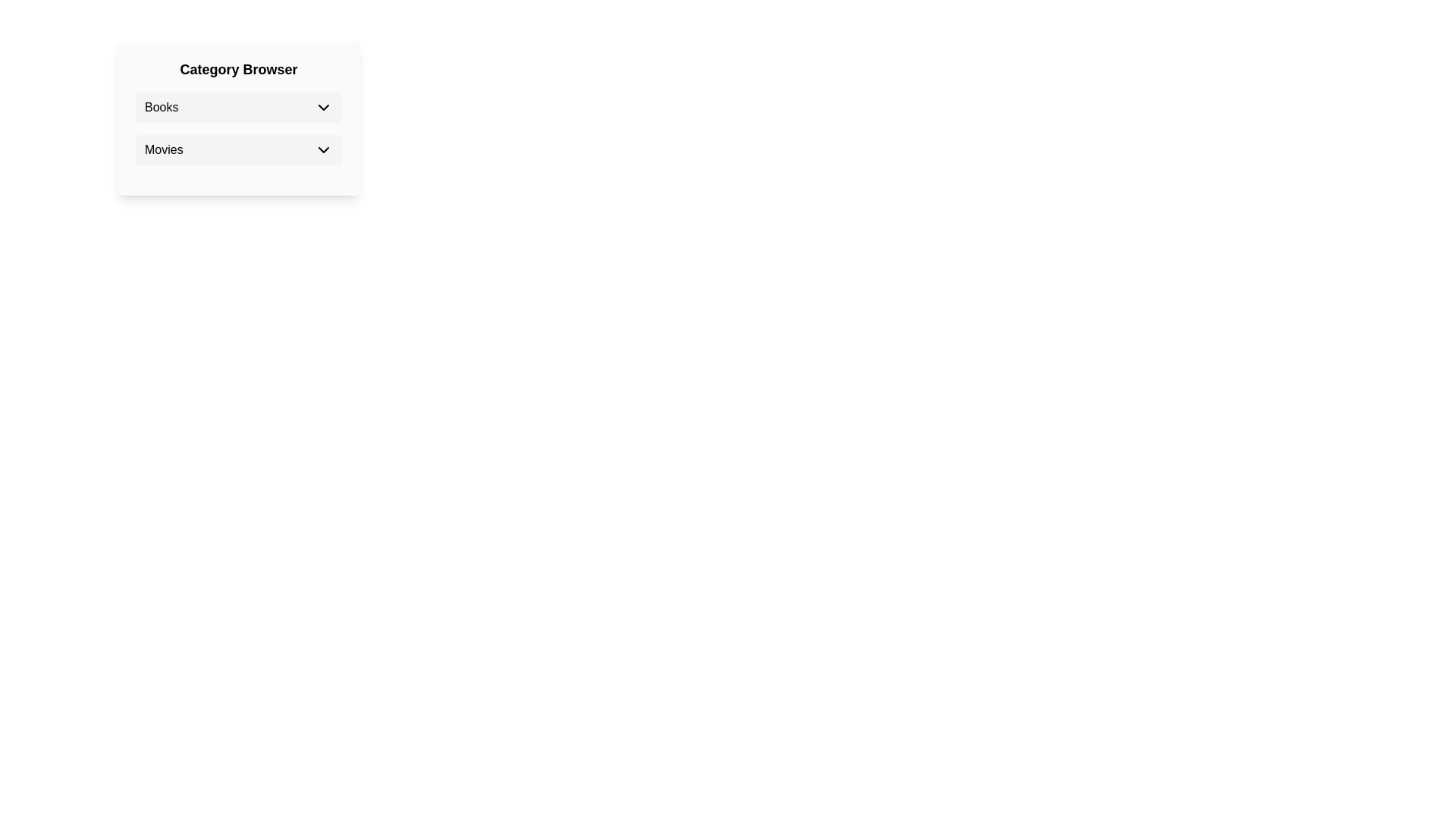 The height and width of the screenshot is (819, 1456). What do you see at coordinates (238, 117) in the screenshot?
I see `the 'Category Browser' composite widget element for accessibility purposes by moving the cursor to its center` at bounding box center [238, 117].